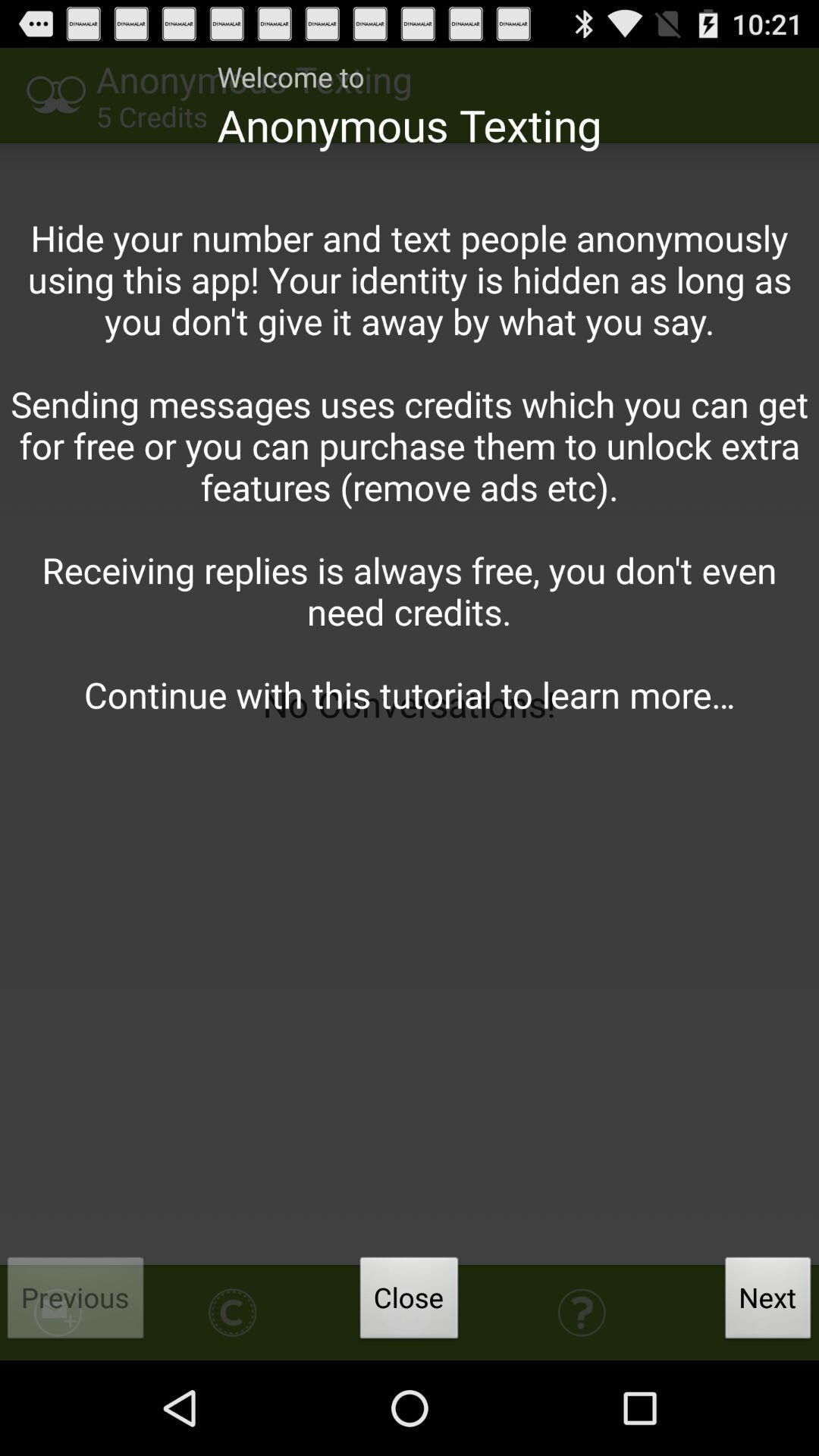 This screenshot has width=819, height=1456. I want to click on the button next to close item, so click(768, 1301).